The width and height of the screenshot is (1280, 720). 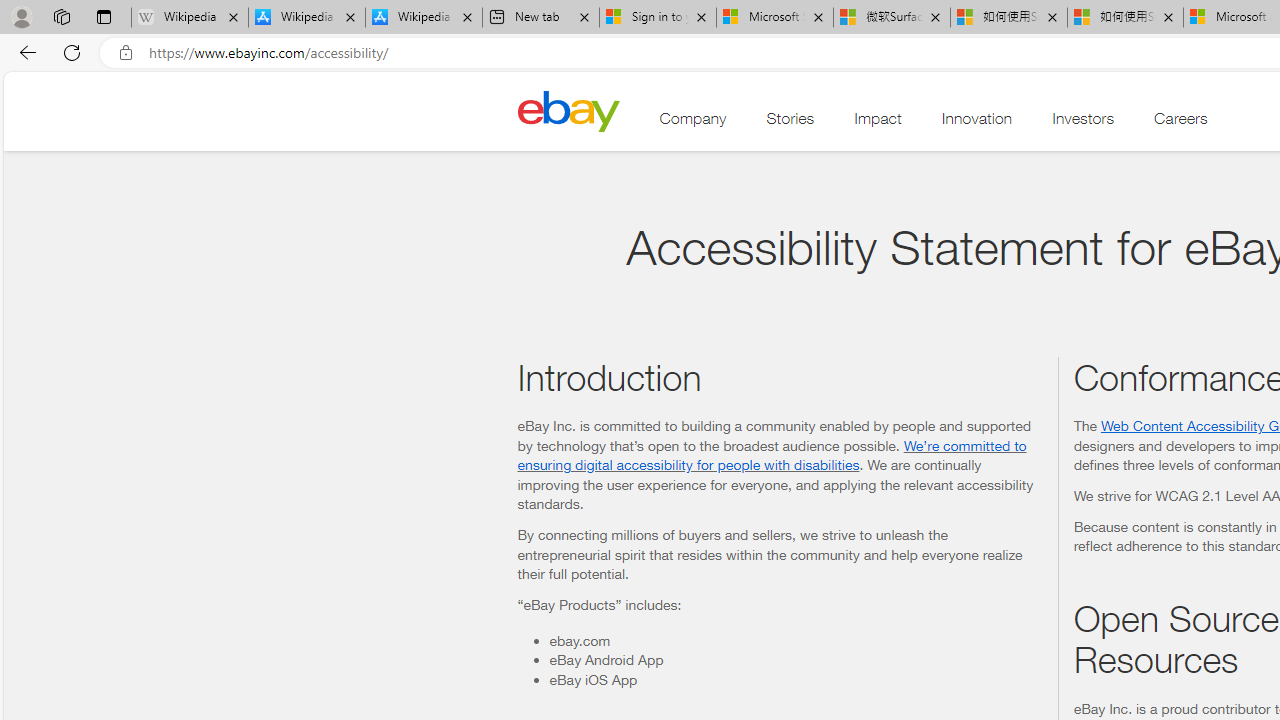 I want to click on 'Investors', so click(x=1082, y=123).